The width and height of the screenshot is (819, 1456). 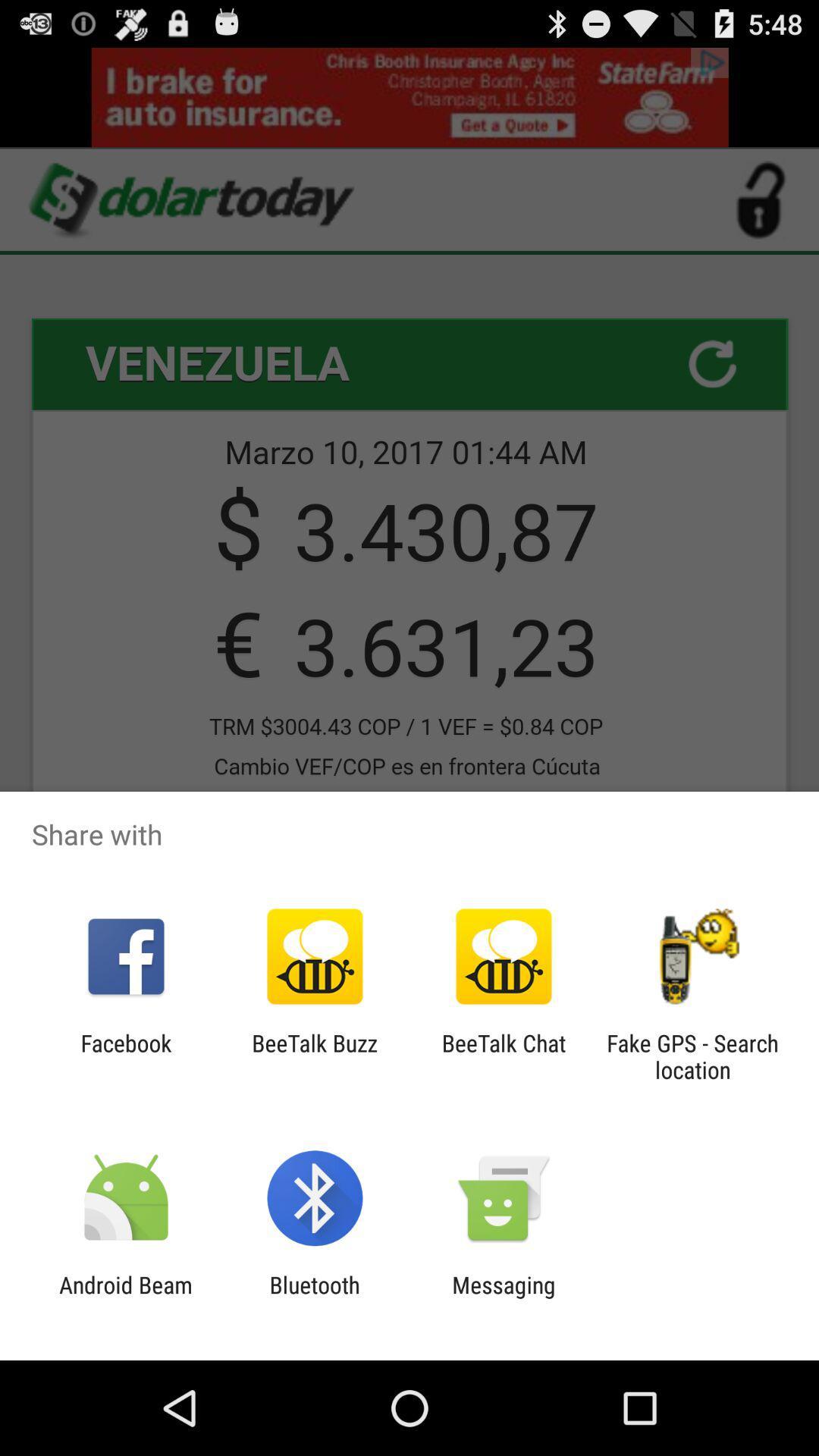 What do you see at coordinates (692, 1056) in the screenshot?
I see `icon to the right of beetalk chat item` at bounding box center [692, 1056].